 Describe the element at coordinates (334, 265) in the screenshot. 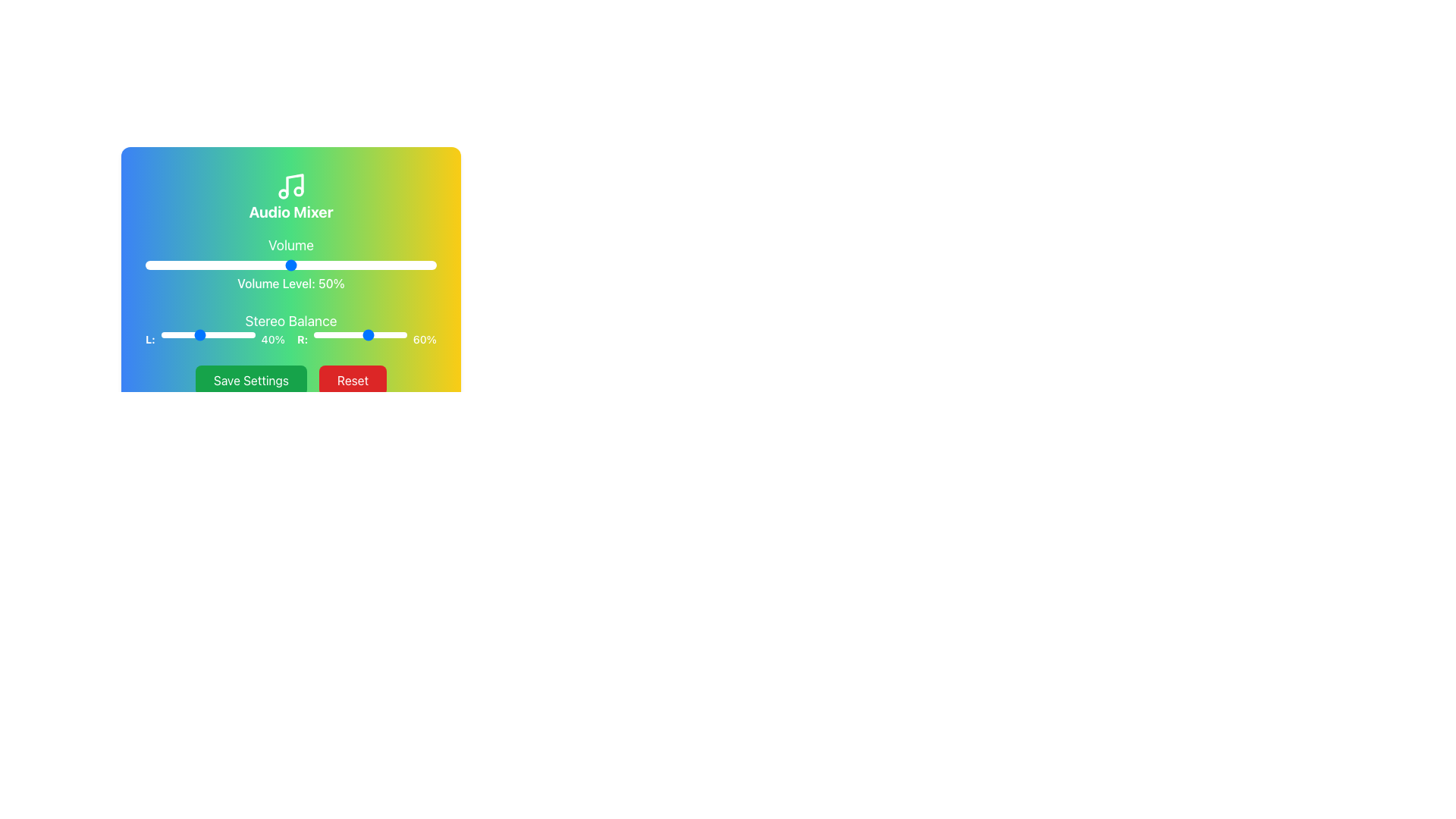

I see `the volume` at that location.